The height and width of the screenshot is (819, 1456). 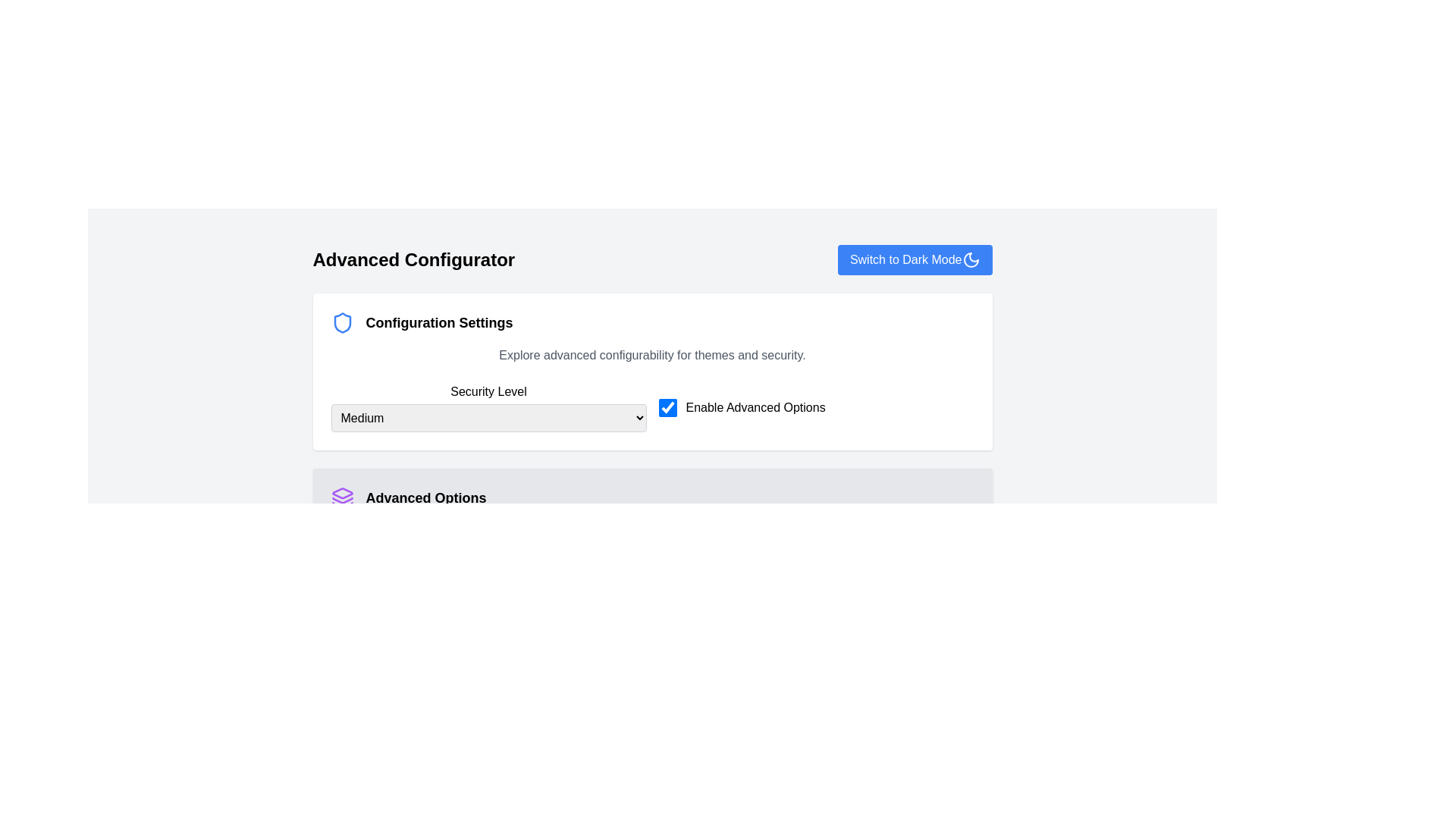 I want to click on the 'Advanced Options' text label, which is located to the right of a purple icon in the lower section of the interface, below a configuration setting area, so click(x=425, y=497).